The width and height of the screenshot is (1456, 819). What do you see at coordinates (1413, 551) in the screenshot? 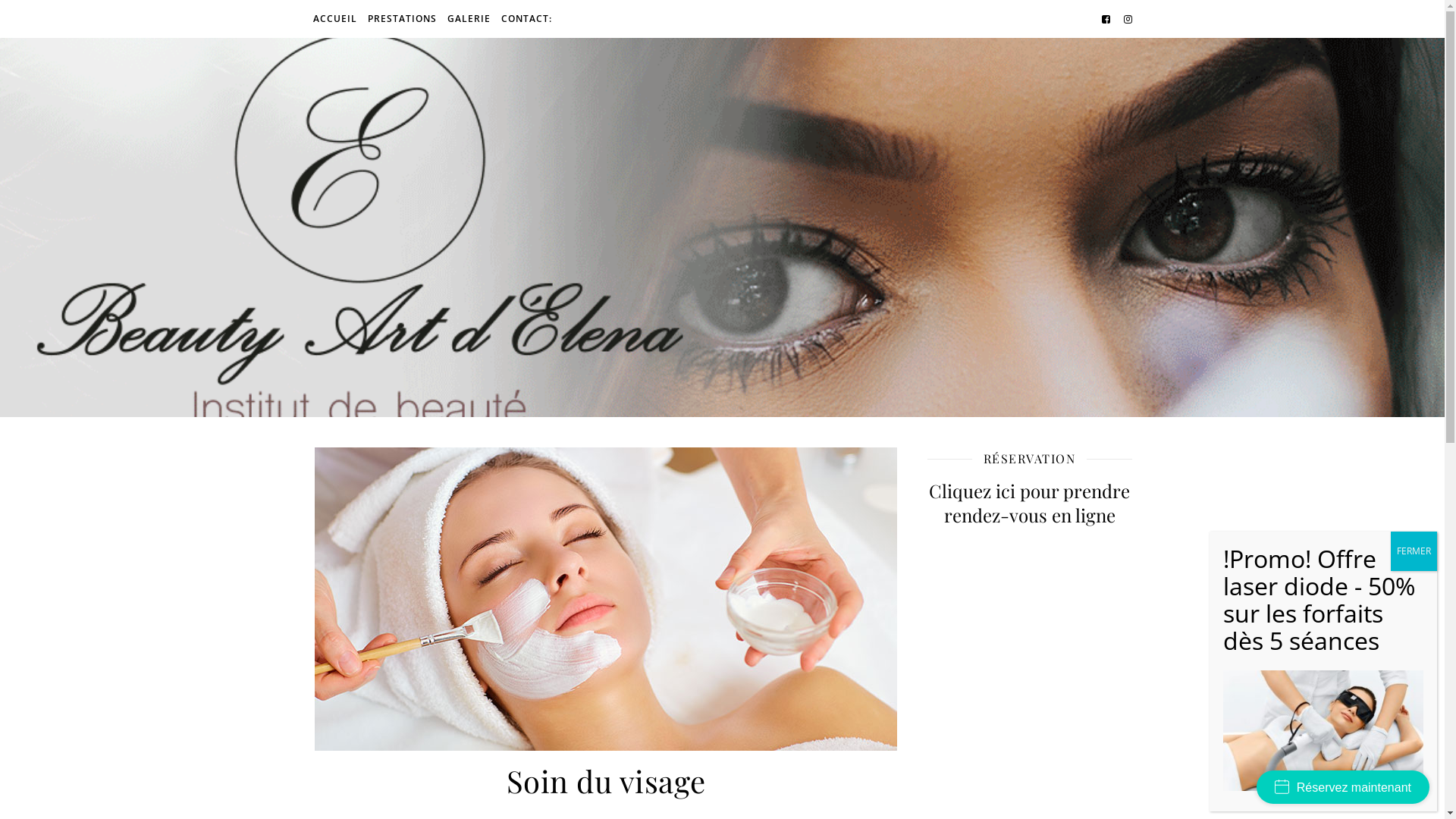
I see `'FERMER'` at bounding box center [1413, 551].